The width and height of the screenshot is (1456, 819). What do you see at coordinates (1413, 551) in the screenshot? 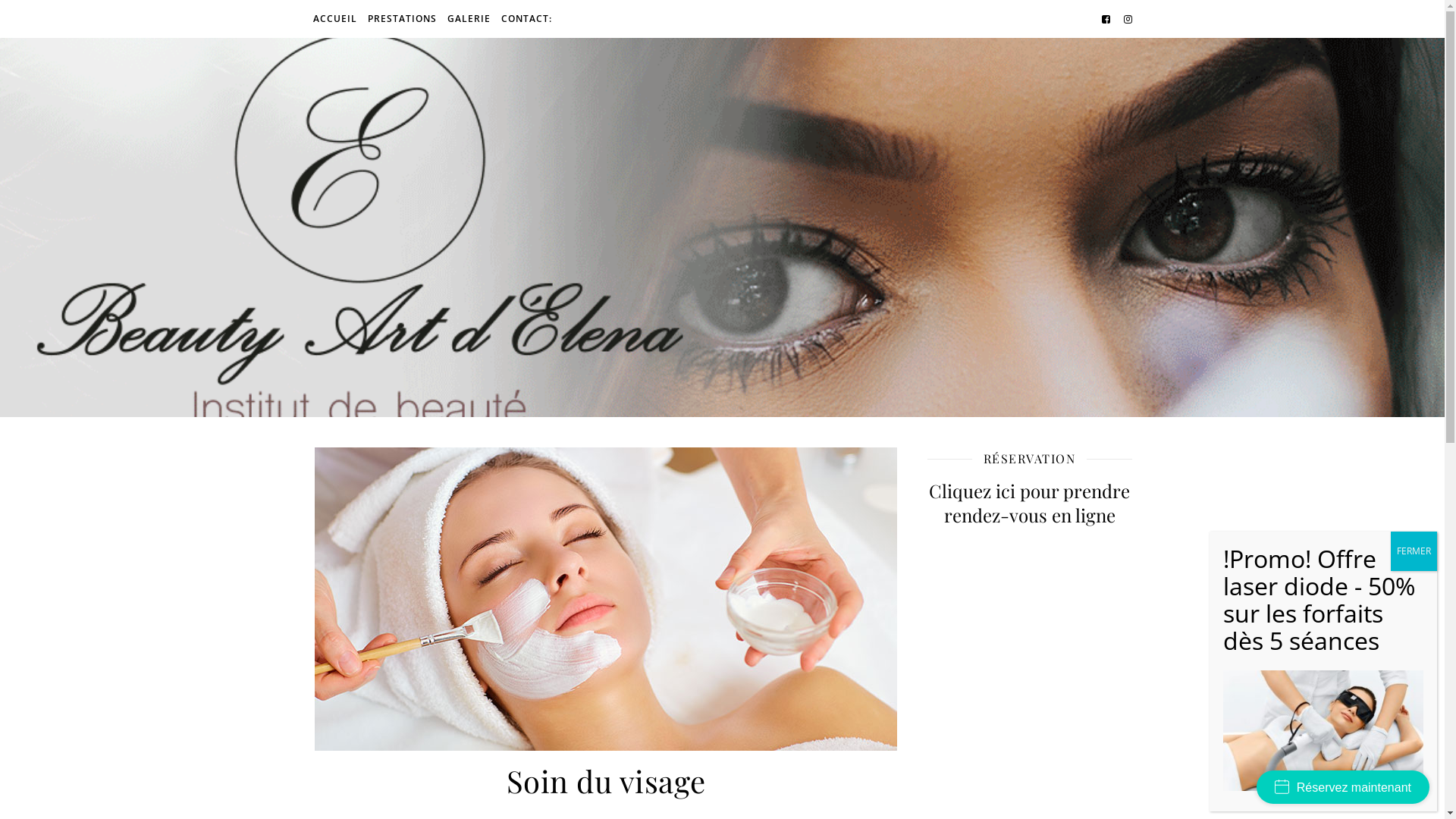
I see `'FERMER'` at bounding box center [1413, 551].